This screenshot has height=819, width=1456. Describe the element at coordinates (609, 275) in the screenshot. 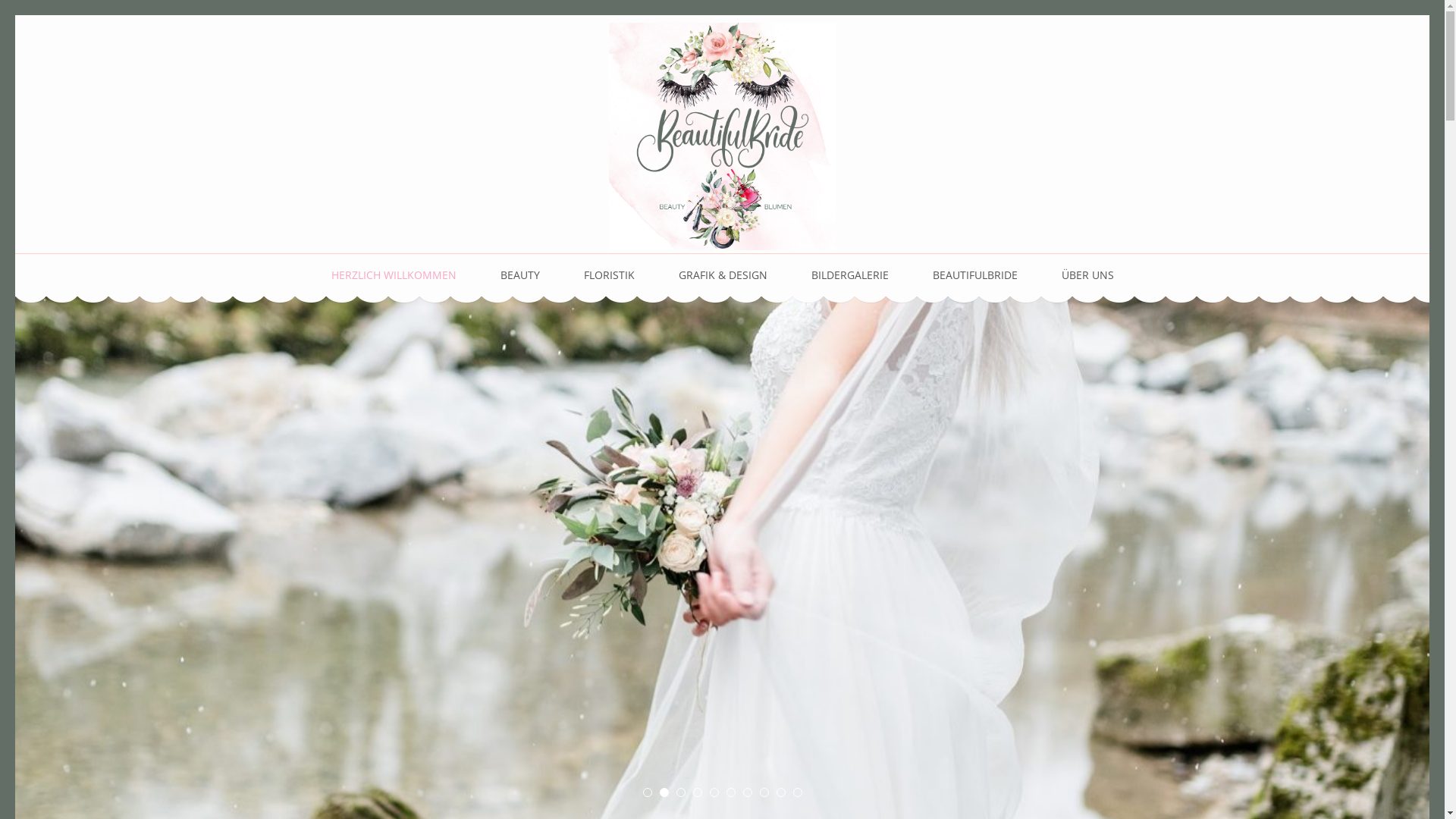

I see `'FLORISTIK'` at that location.